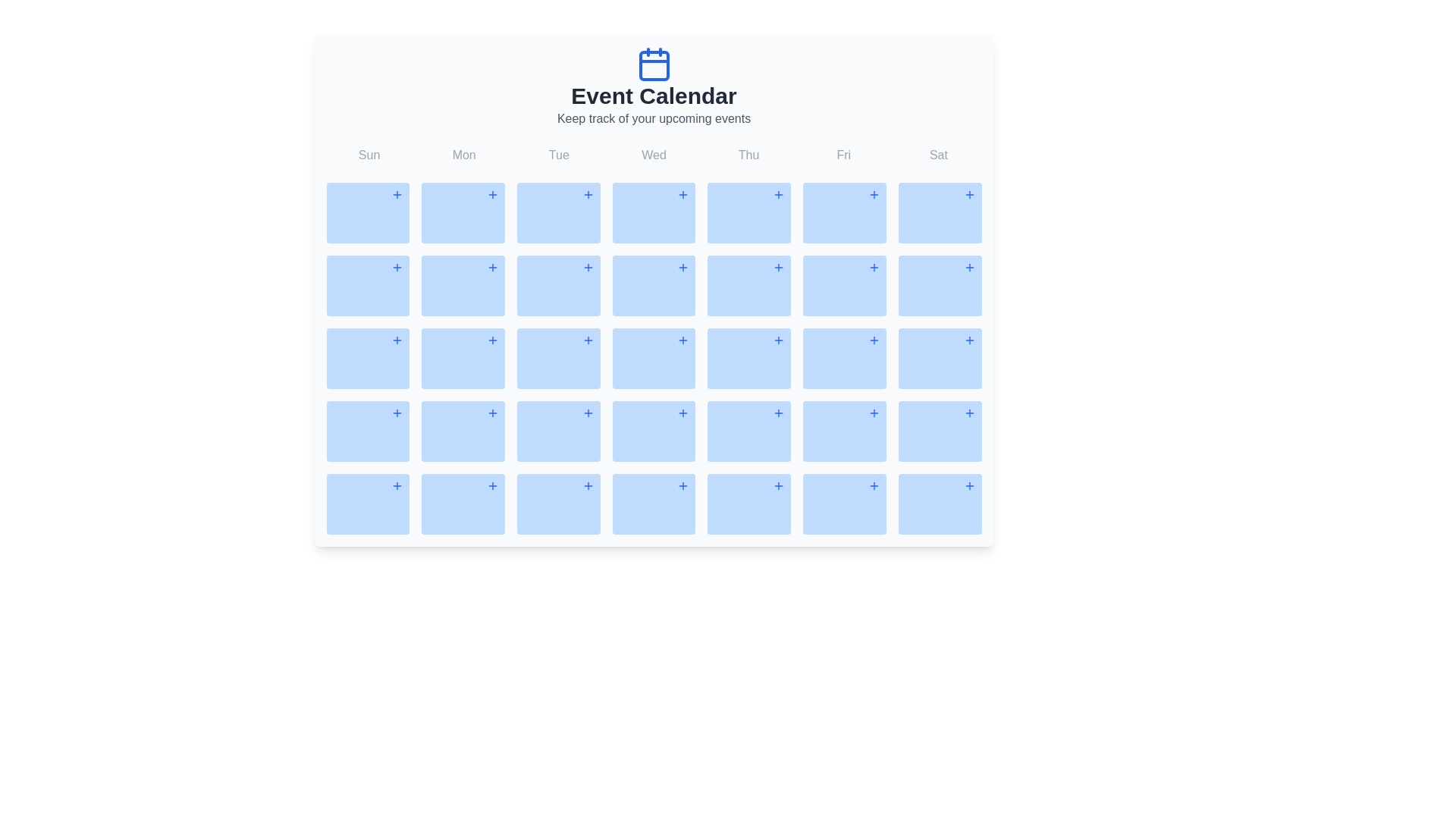 The width and height of the screenshot is (1456, 819). Describe the element at coordinates (397, 194) in the screenshot. I see `the small blue '+' icon in the top-left corner of the calendar grid` at that location.